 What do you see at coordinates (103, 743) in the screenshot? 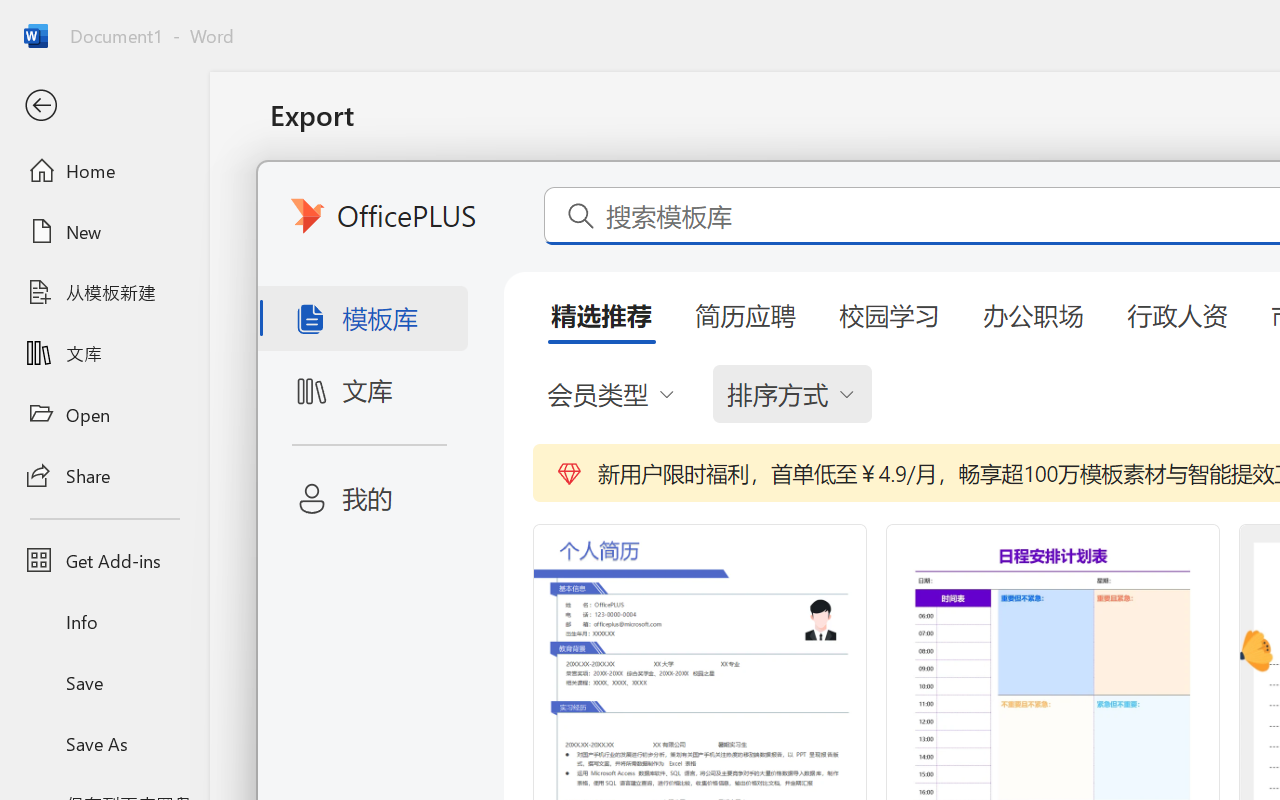
I see `'Save As'` at bounding box center [103, 743].